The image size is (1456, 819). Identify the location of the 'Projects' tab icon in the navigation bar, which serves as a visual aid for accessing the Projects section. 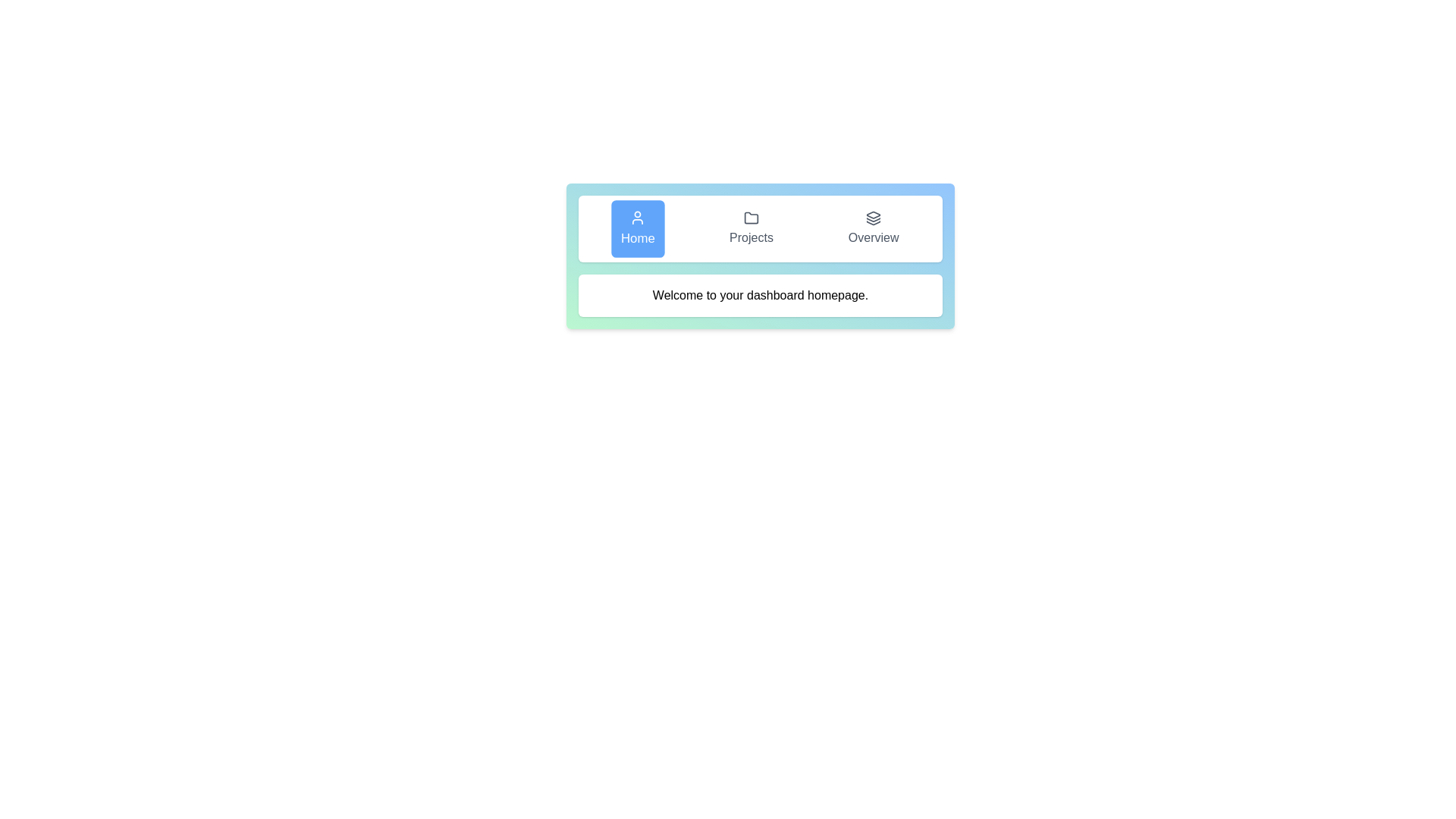
(751, 218).